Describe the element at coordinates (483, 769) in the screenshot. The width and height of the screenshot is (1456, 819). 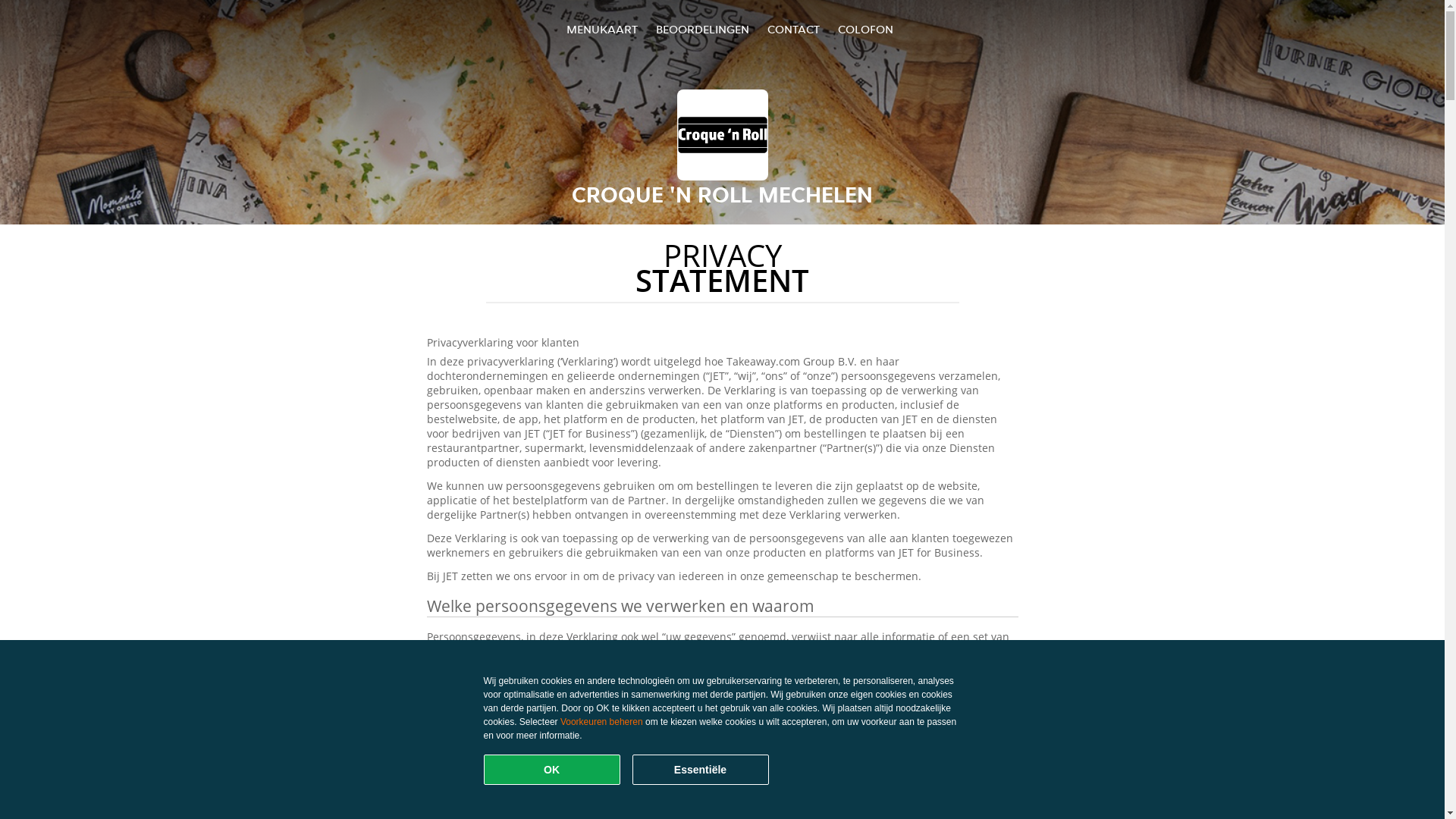
I see `'OK'` at that location.